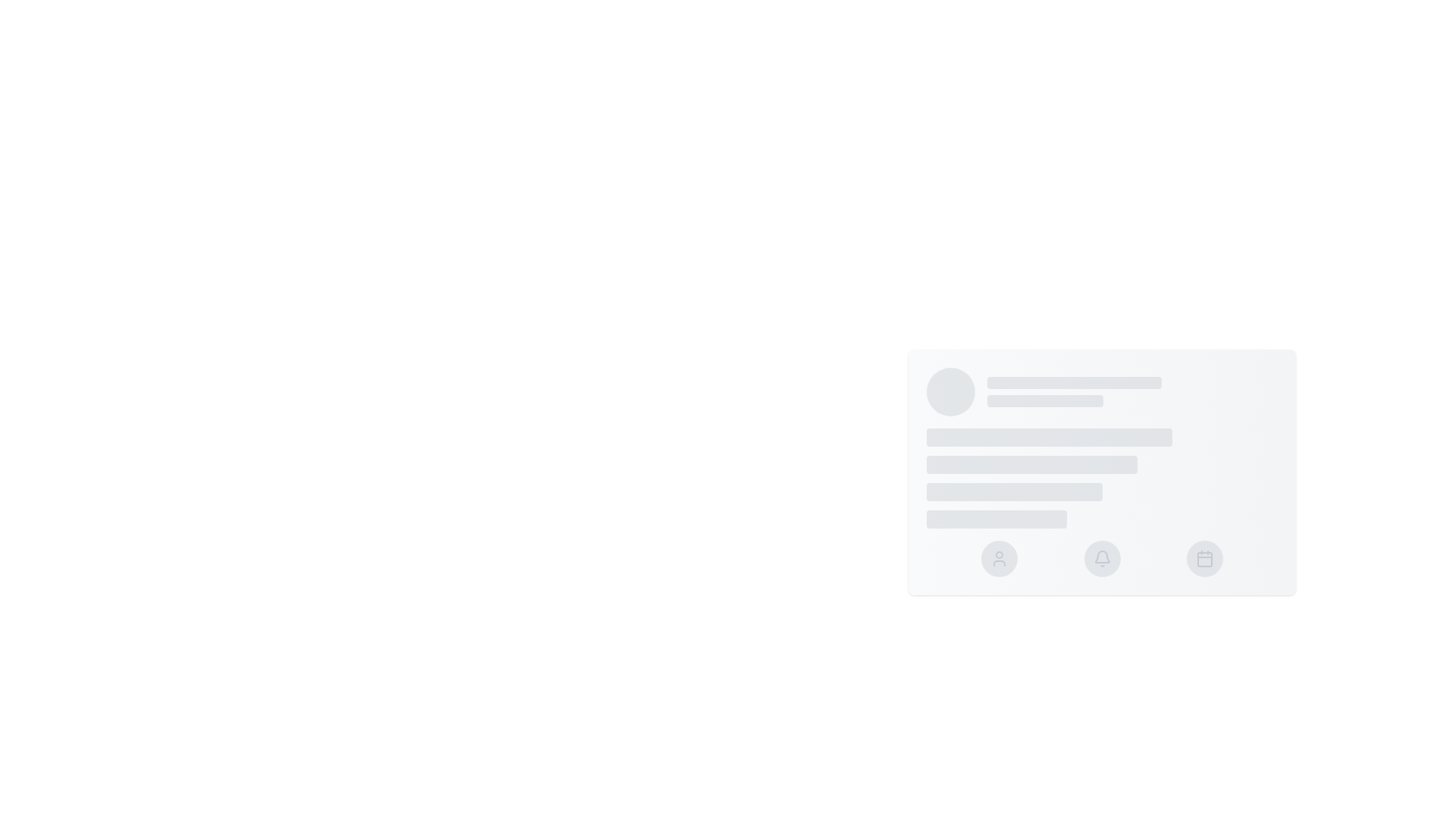 The width and height of the screenshot is (1456, 819). I want to click on the first non-interactive placeholder bar, which is a horizontal, pale gray bar with rounded corners, serving as a loading indicator, centrally located within a card-like structure, so click(1049, 438).